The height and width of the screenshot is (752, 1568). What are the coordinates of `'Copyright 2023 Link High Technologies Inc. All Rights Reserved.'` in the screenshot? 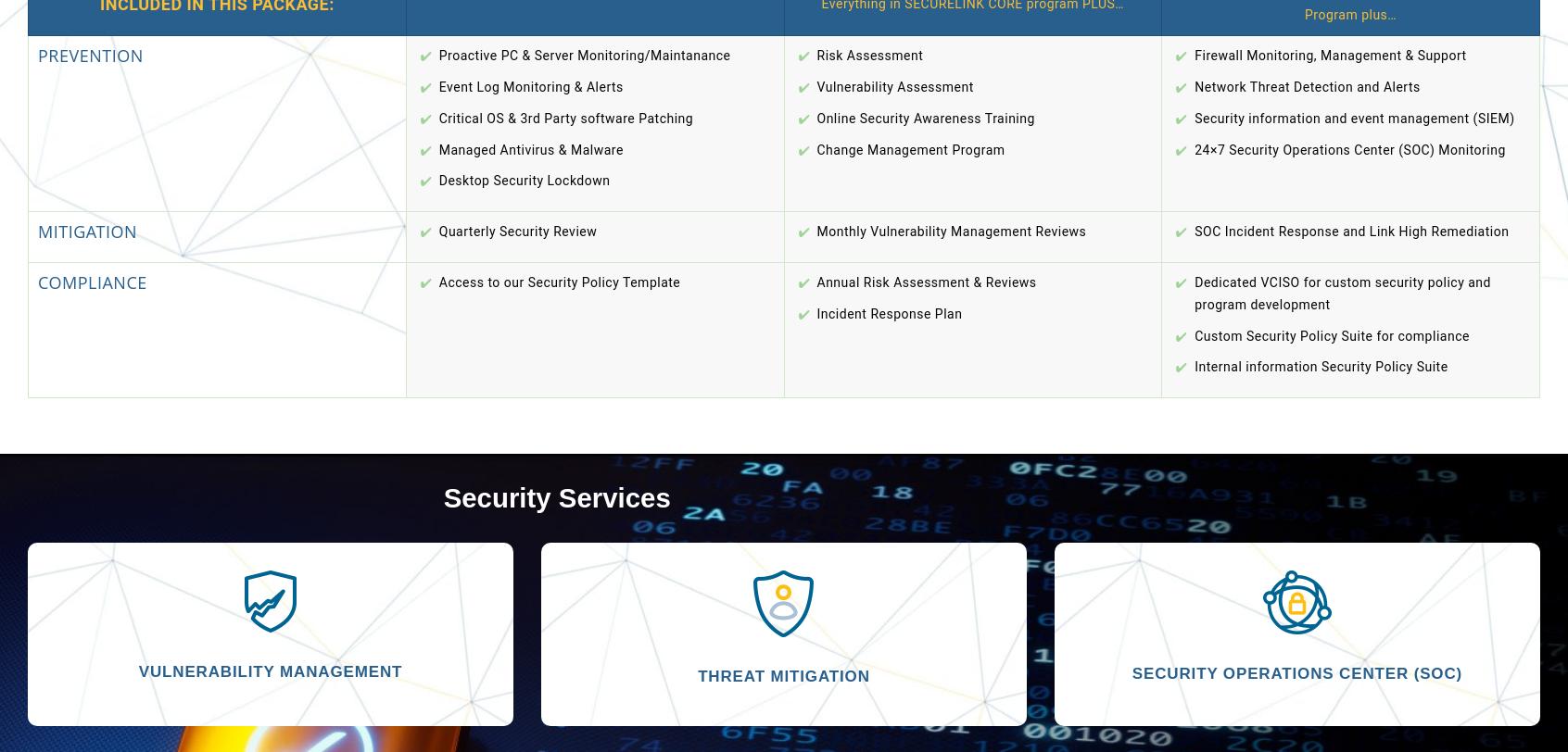 It's located at (783, 337).